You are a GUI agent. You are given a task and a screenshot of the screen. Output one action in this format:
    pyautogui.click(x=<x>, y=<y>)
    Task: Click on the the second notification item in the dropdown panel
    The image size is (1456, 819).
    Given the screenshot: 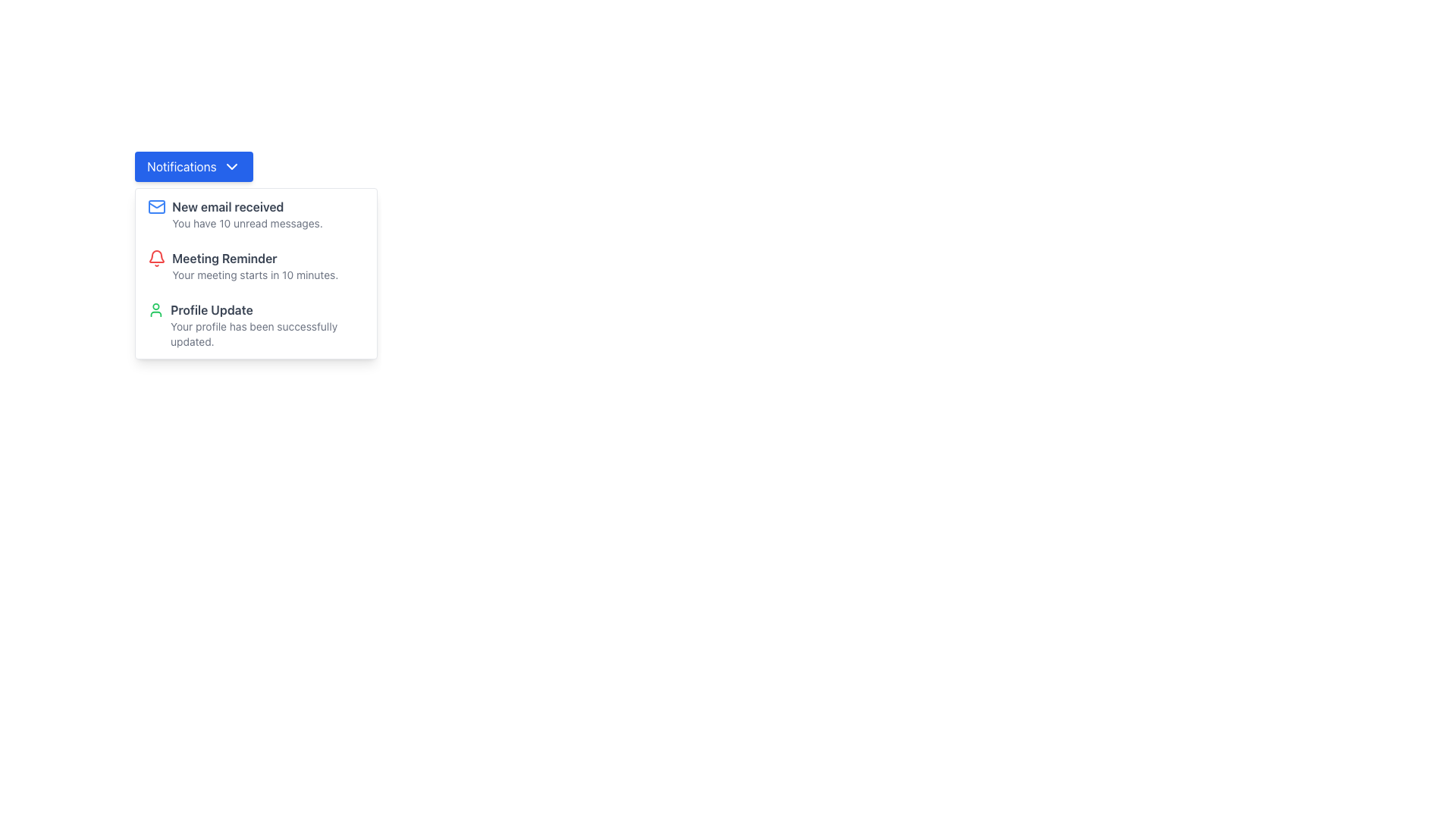 What is the action you would take?
    pyautogui.click(x=255, y=265)
    